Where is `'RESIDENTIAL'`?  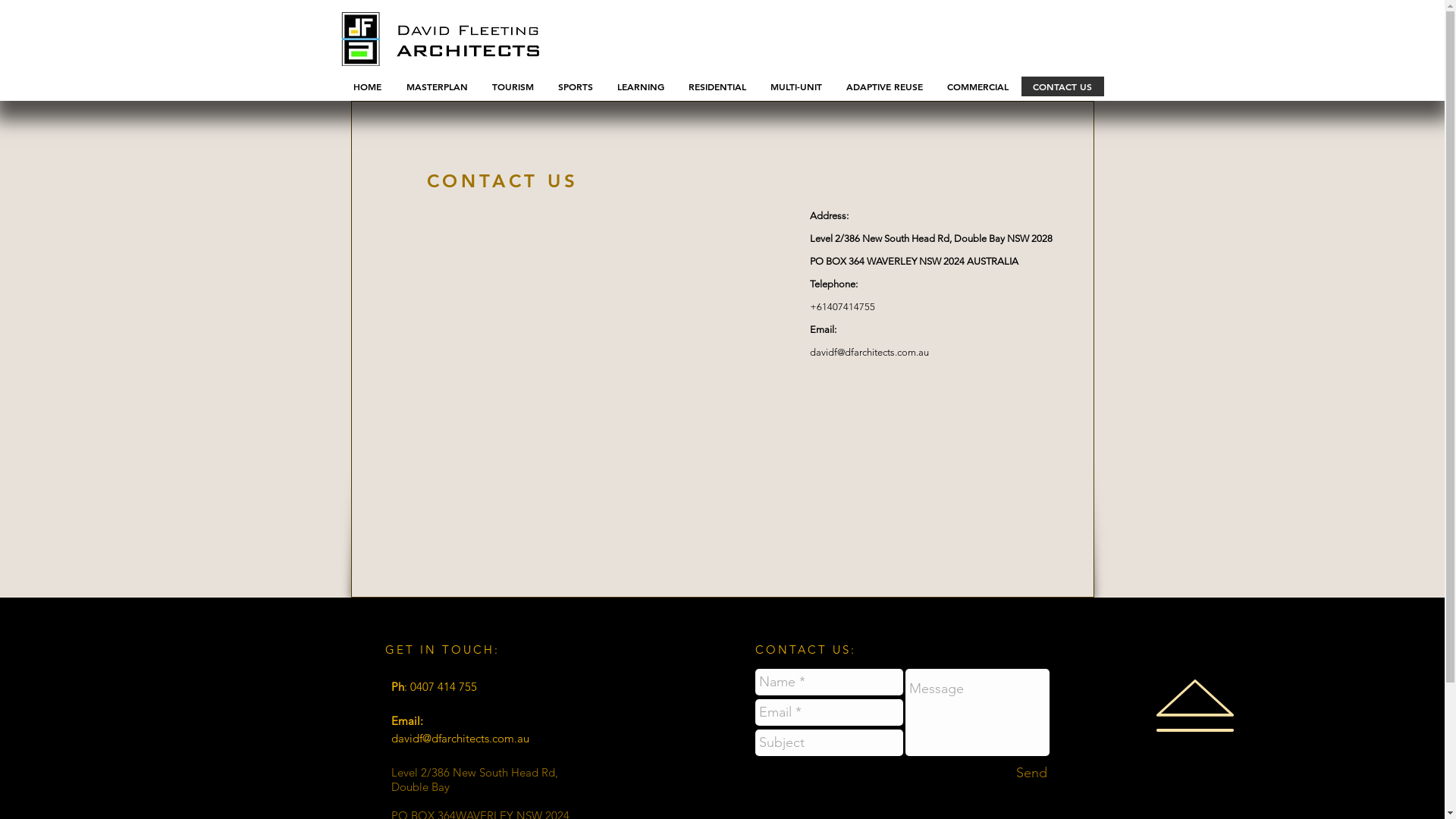 'RESIDENTIAL' is located at coordinates (716, 86).